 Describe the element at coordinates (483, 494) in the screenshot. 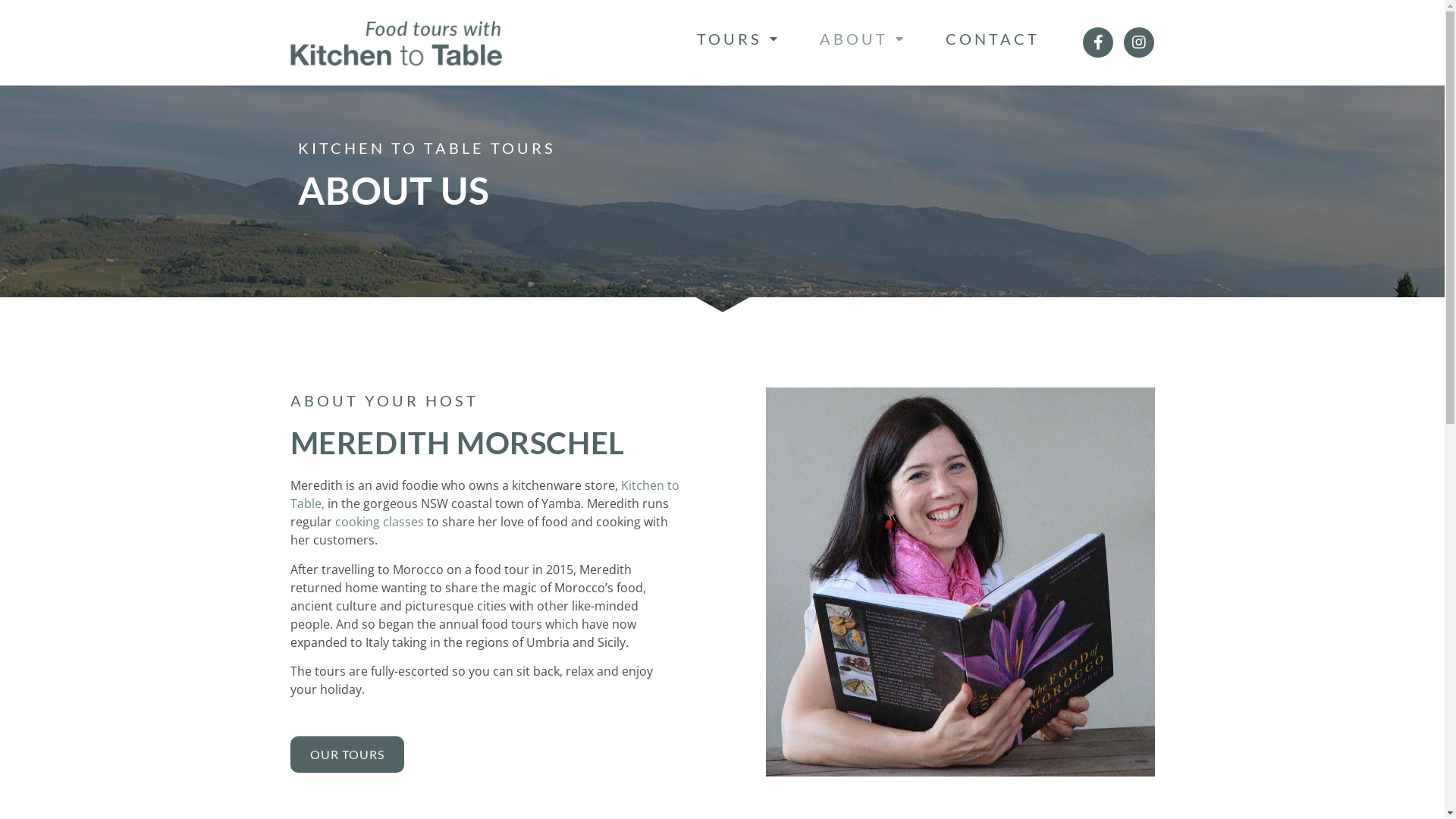

I see `'Kitchen to Table,'` at that location.